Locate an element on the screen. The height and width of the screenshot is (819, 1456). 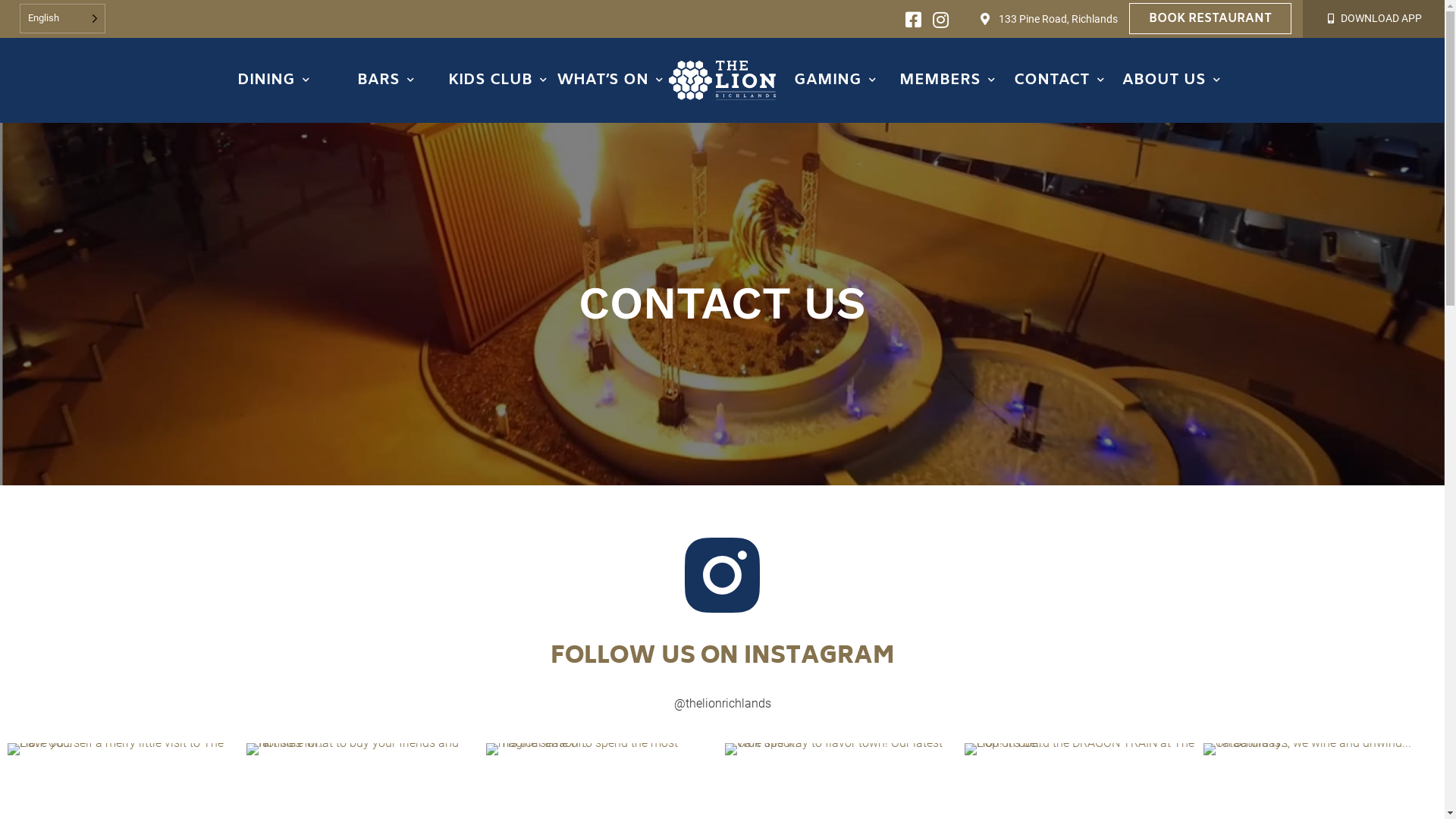
'133 Pine Road, Richlands' is located at coordinates (1057, 18).